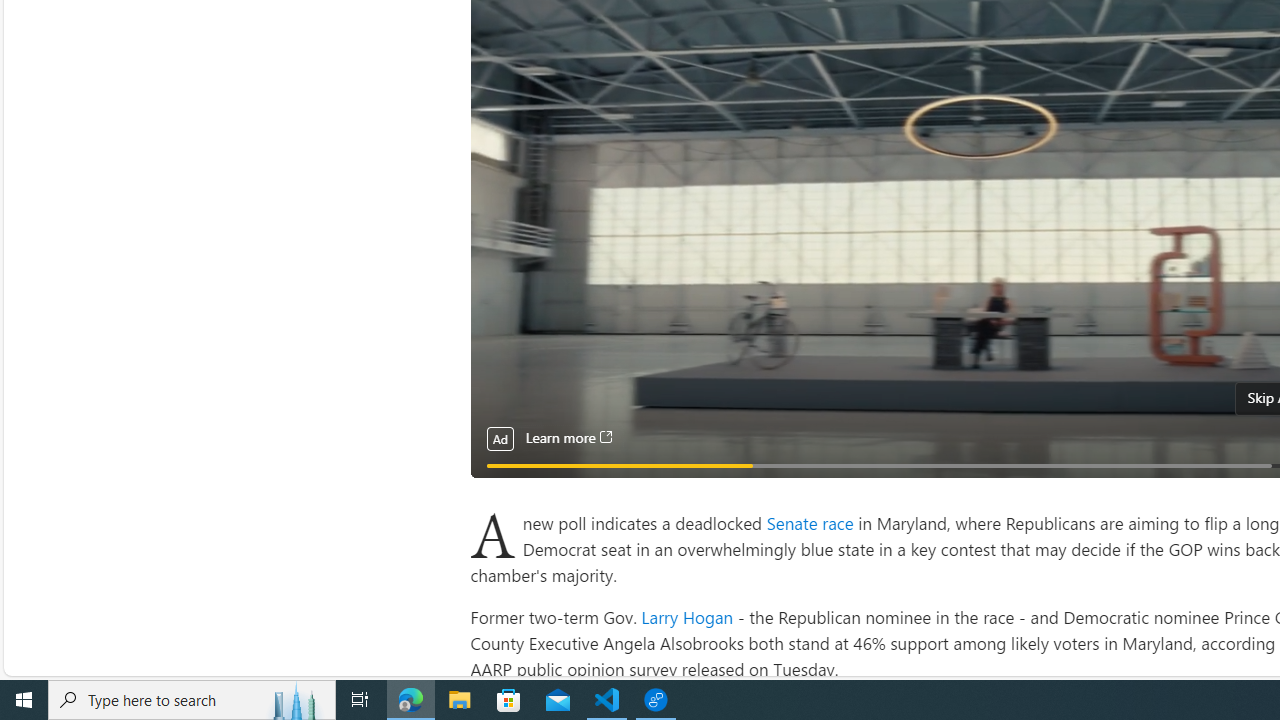 Image resolution: width=1280 pixels, height=720 pixels. I want to click on 'Senate race ', so click(812, 521).